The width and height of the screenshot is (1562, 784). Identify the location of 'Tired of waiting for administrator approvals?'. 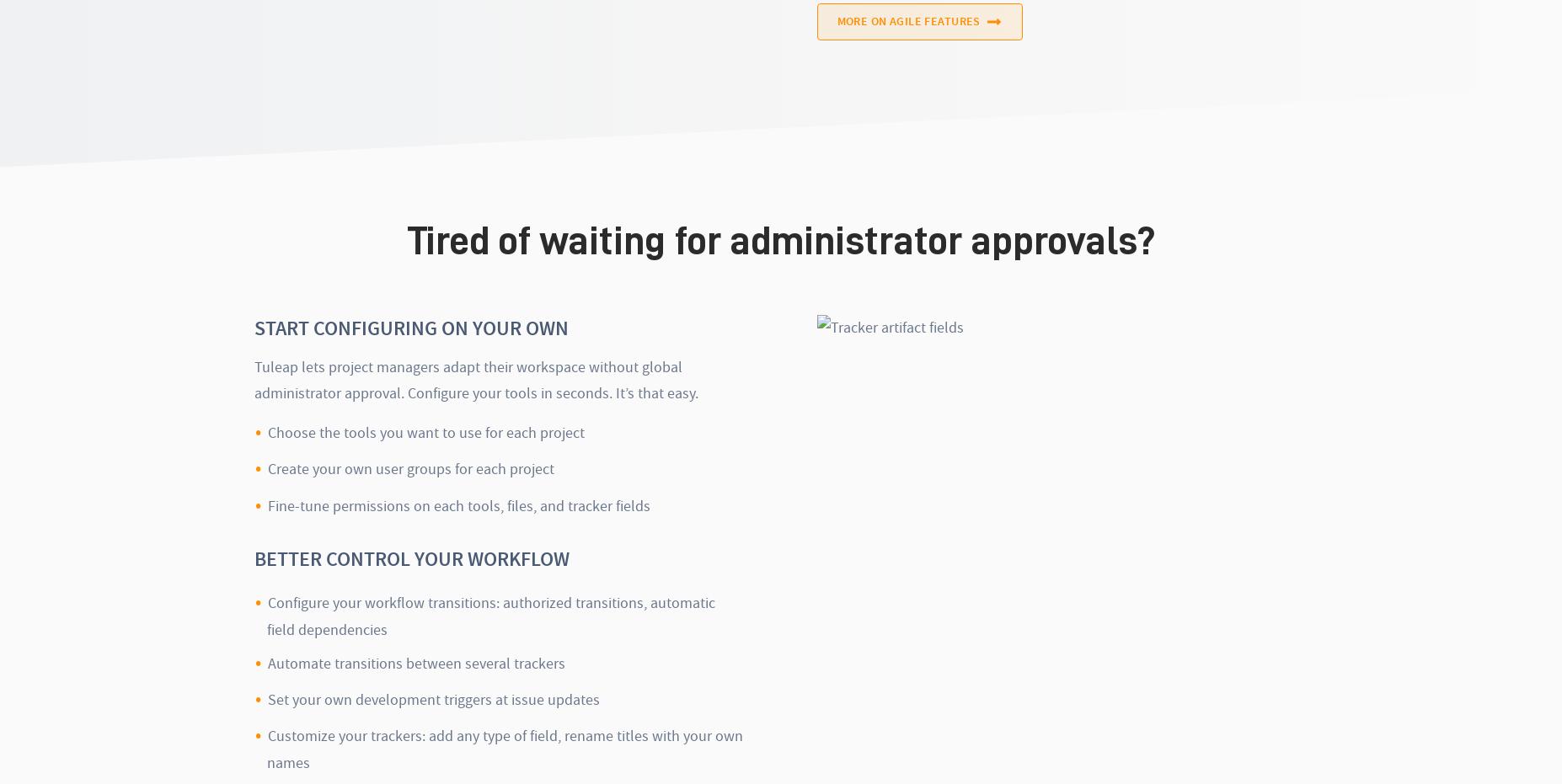
(780, 240).